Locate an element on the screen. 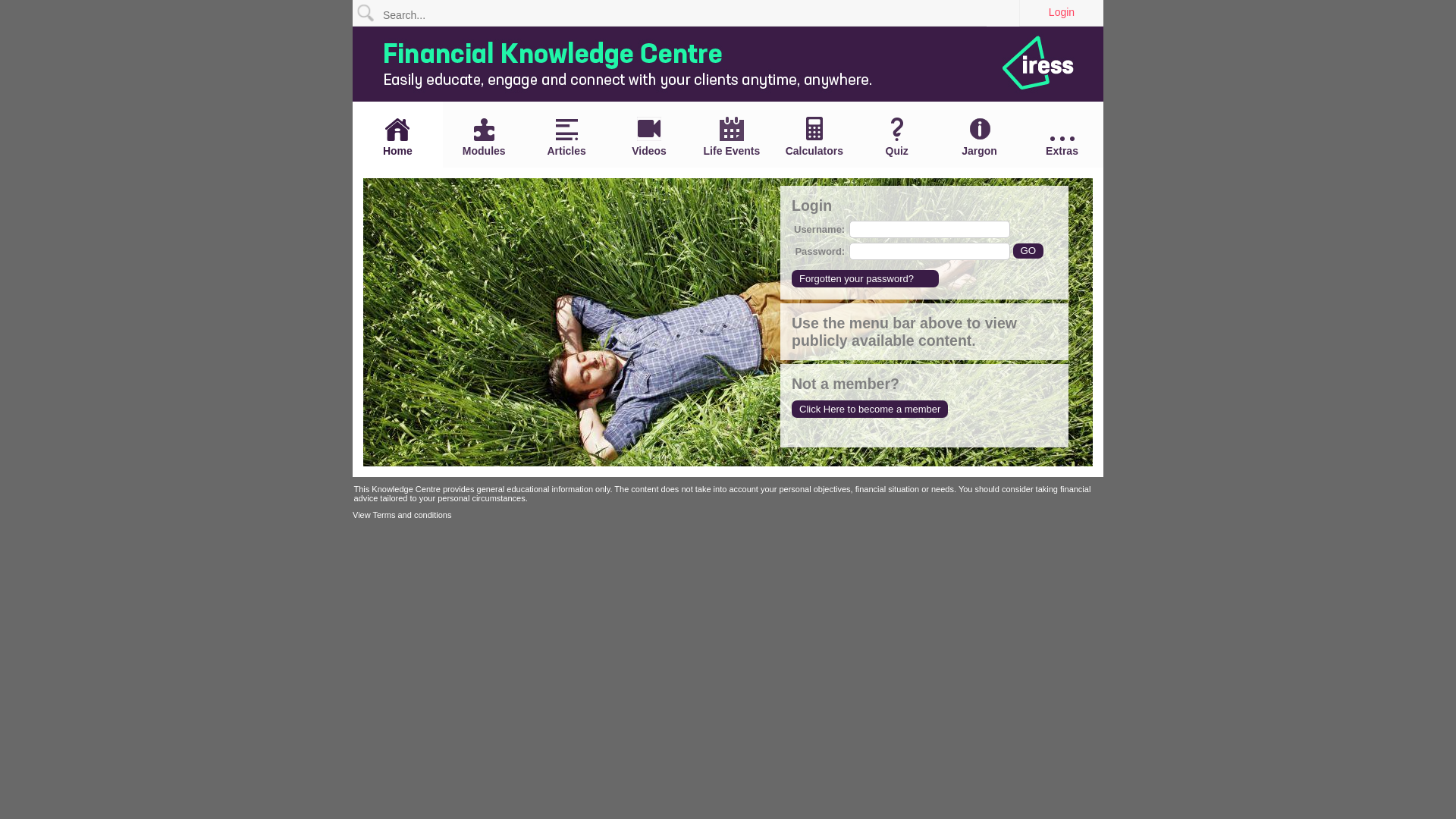  'GO' is located at coordinates (1028, 249).